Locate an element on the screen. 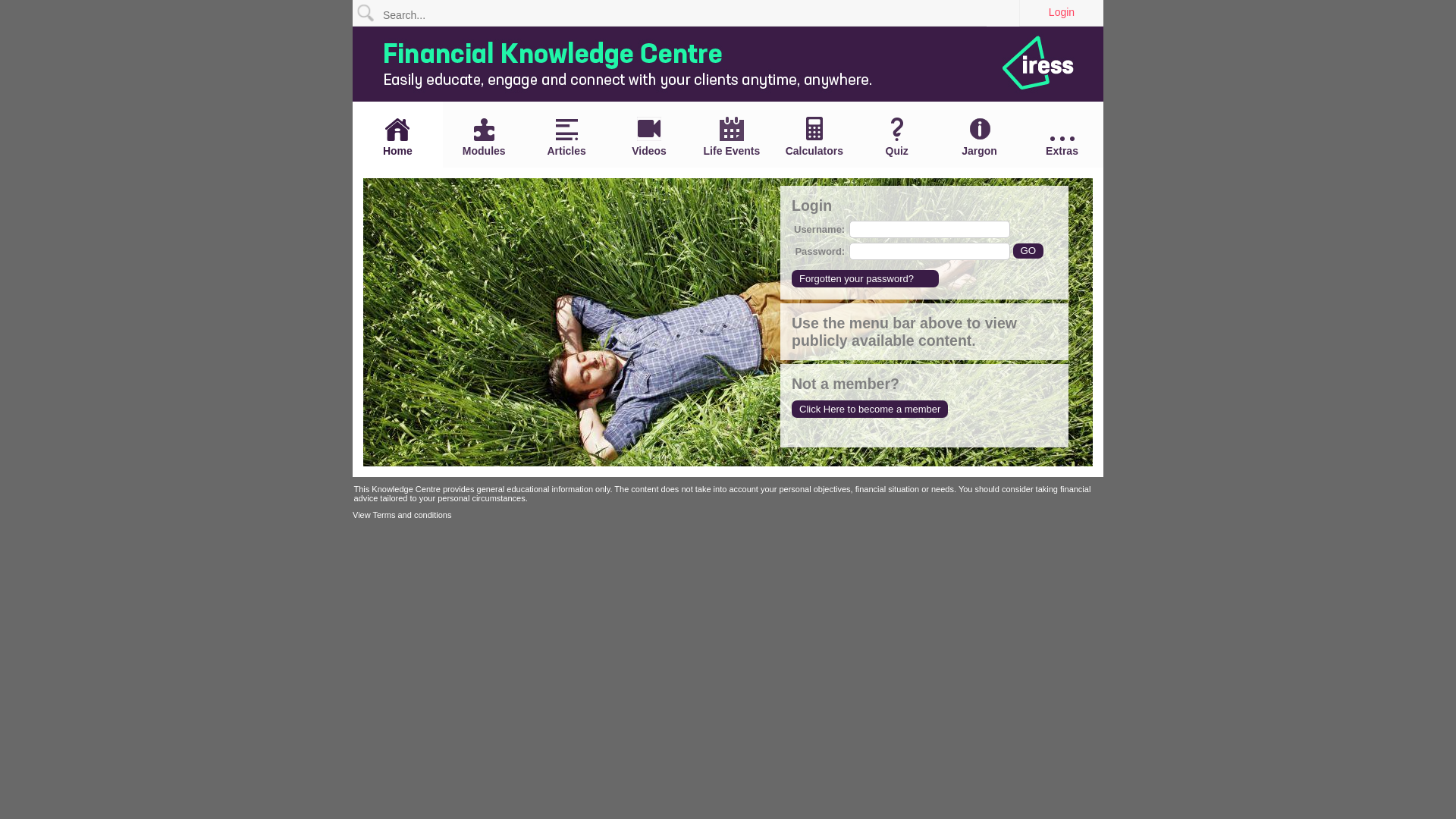  'GO' is located at coordinates (1028, 249).